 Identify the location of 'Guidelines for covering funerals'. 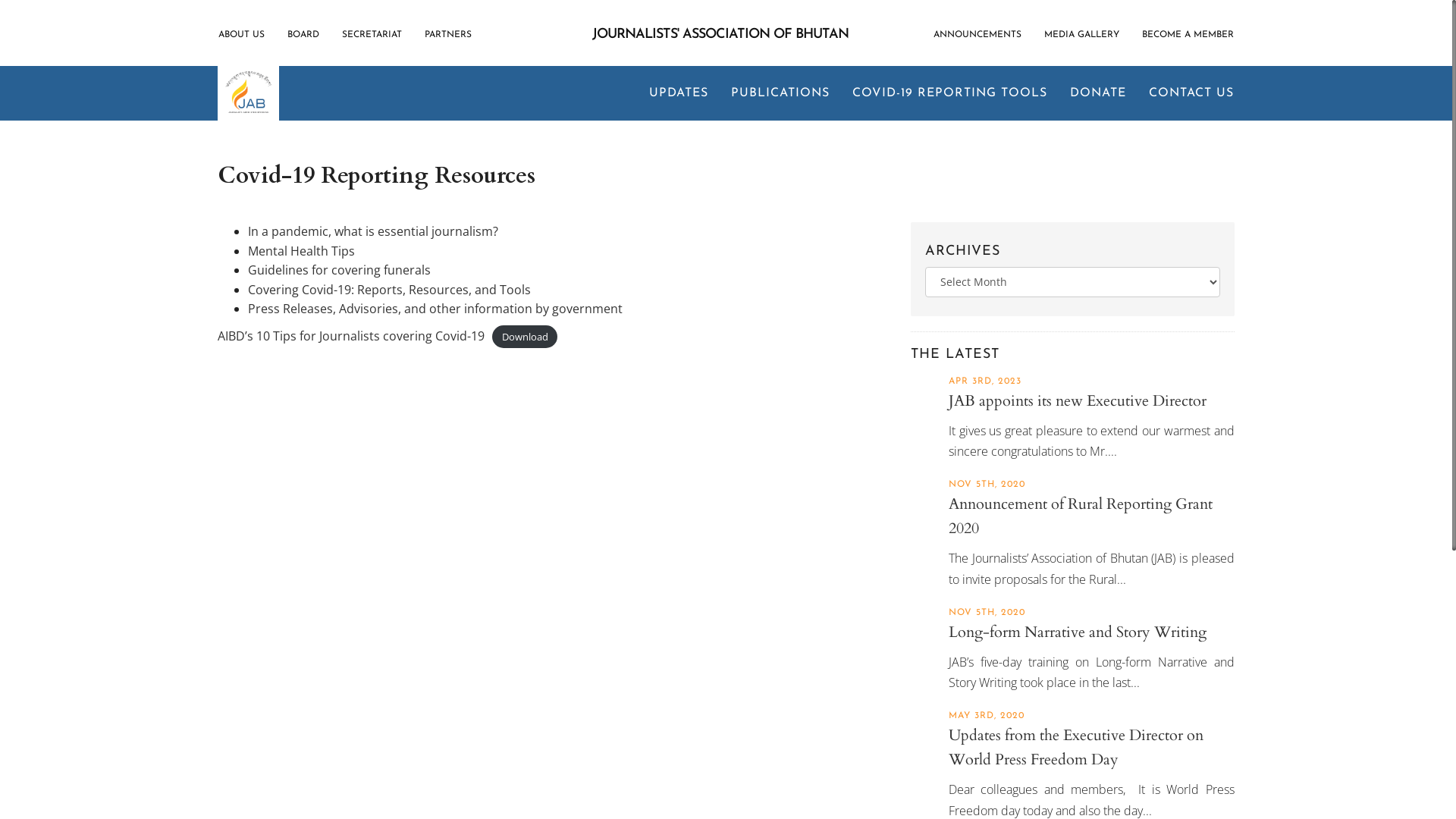
(247, 268).